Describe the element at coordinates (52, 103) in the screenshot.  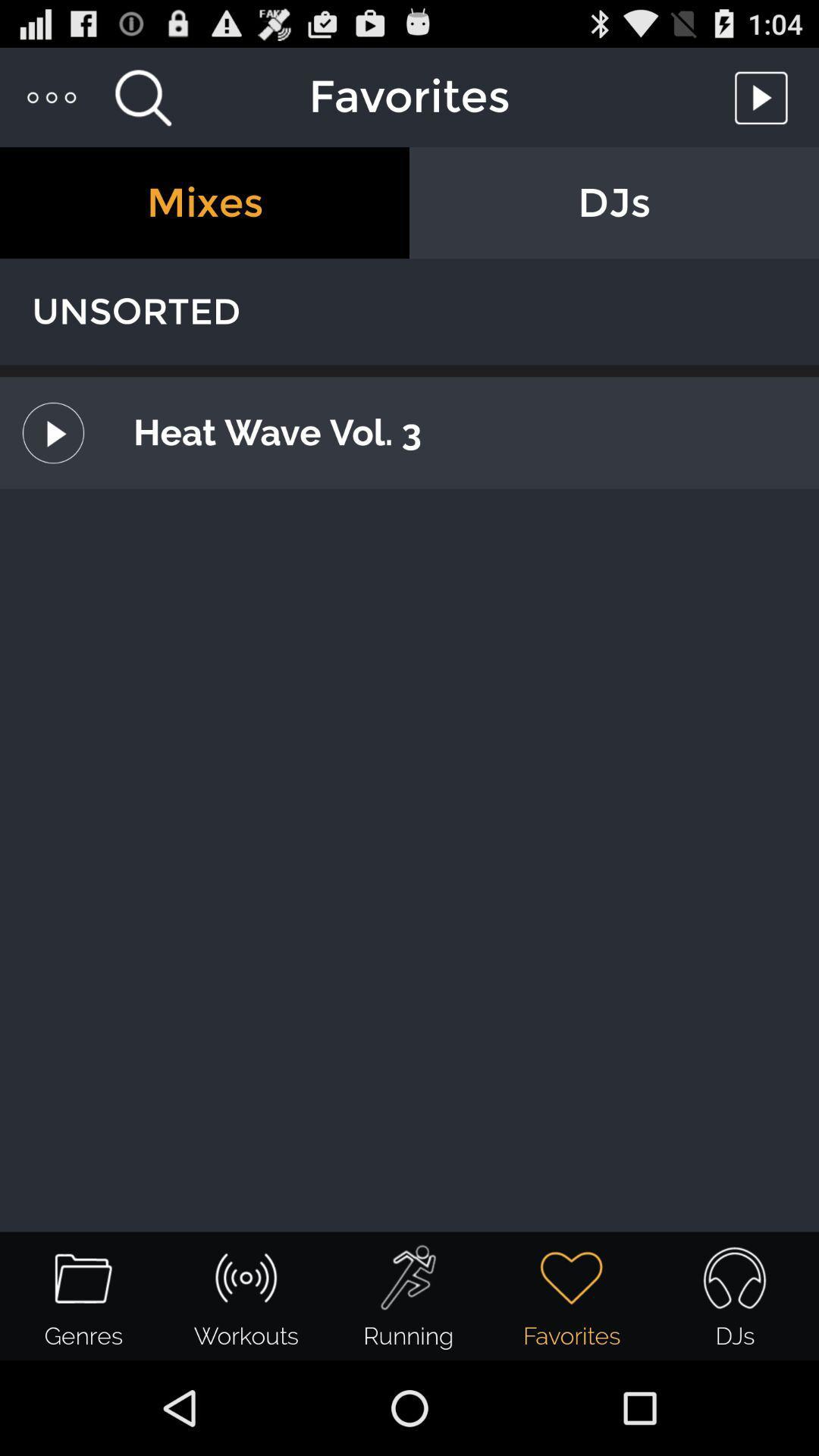
I see `the more icon` at that location.